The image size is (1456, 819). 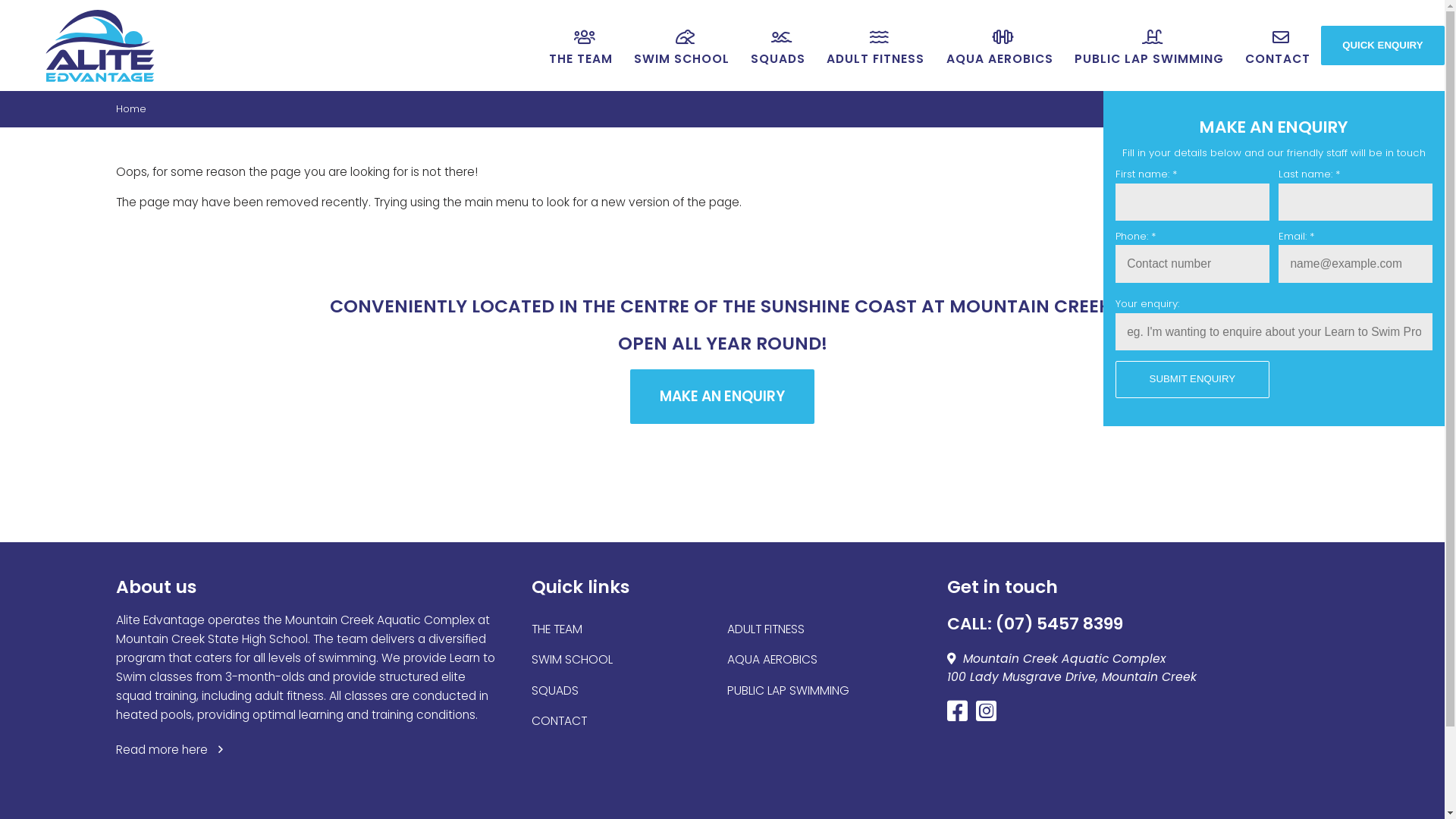 What do you see at coordinates (556, 629) in the screenshot?
I see `'THE TEAM'` at bounding box center [556, 629].